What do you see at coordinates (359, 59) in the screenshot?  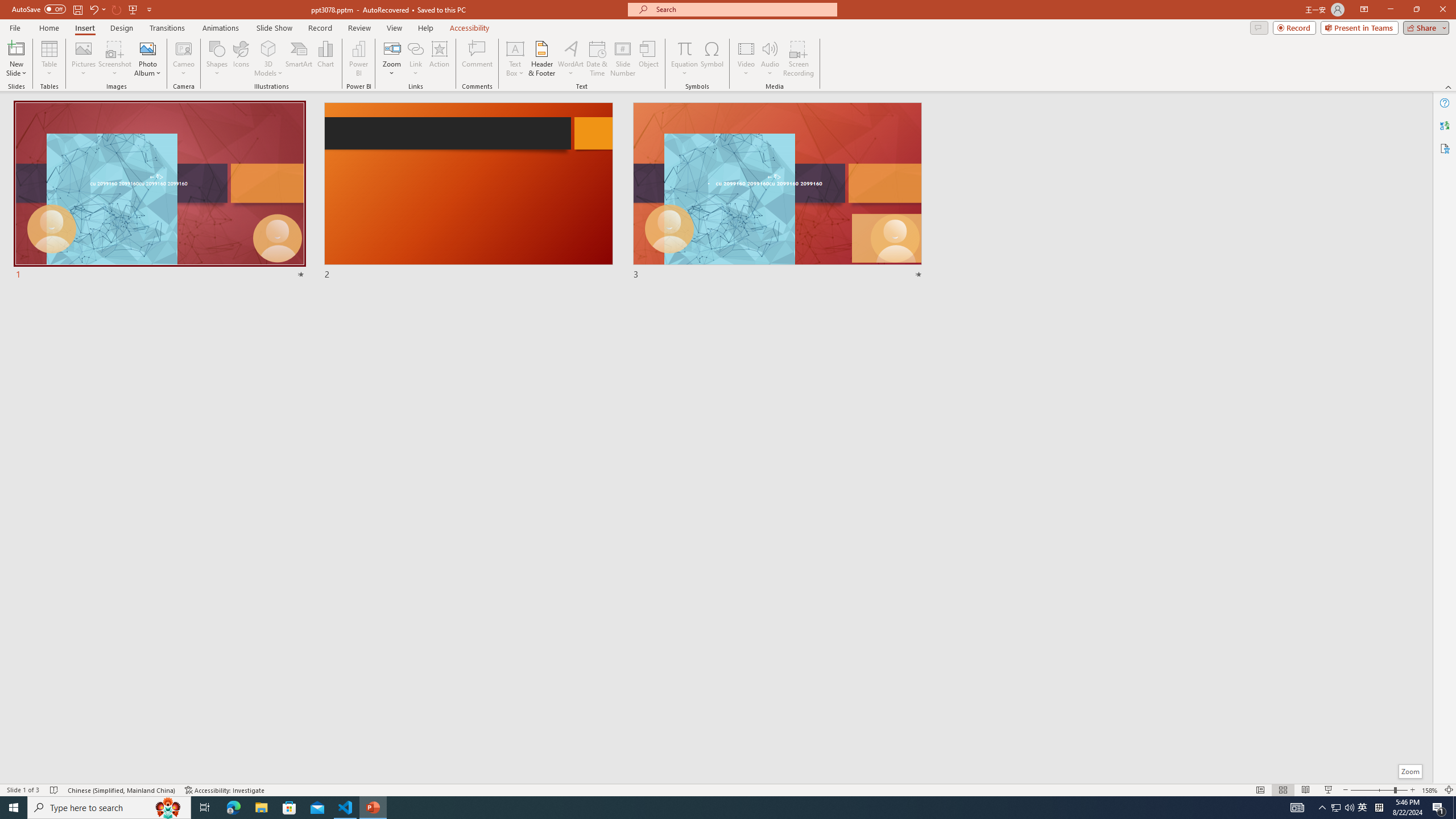 I see `'Power BI'` at bounding box center [359, 59].